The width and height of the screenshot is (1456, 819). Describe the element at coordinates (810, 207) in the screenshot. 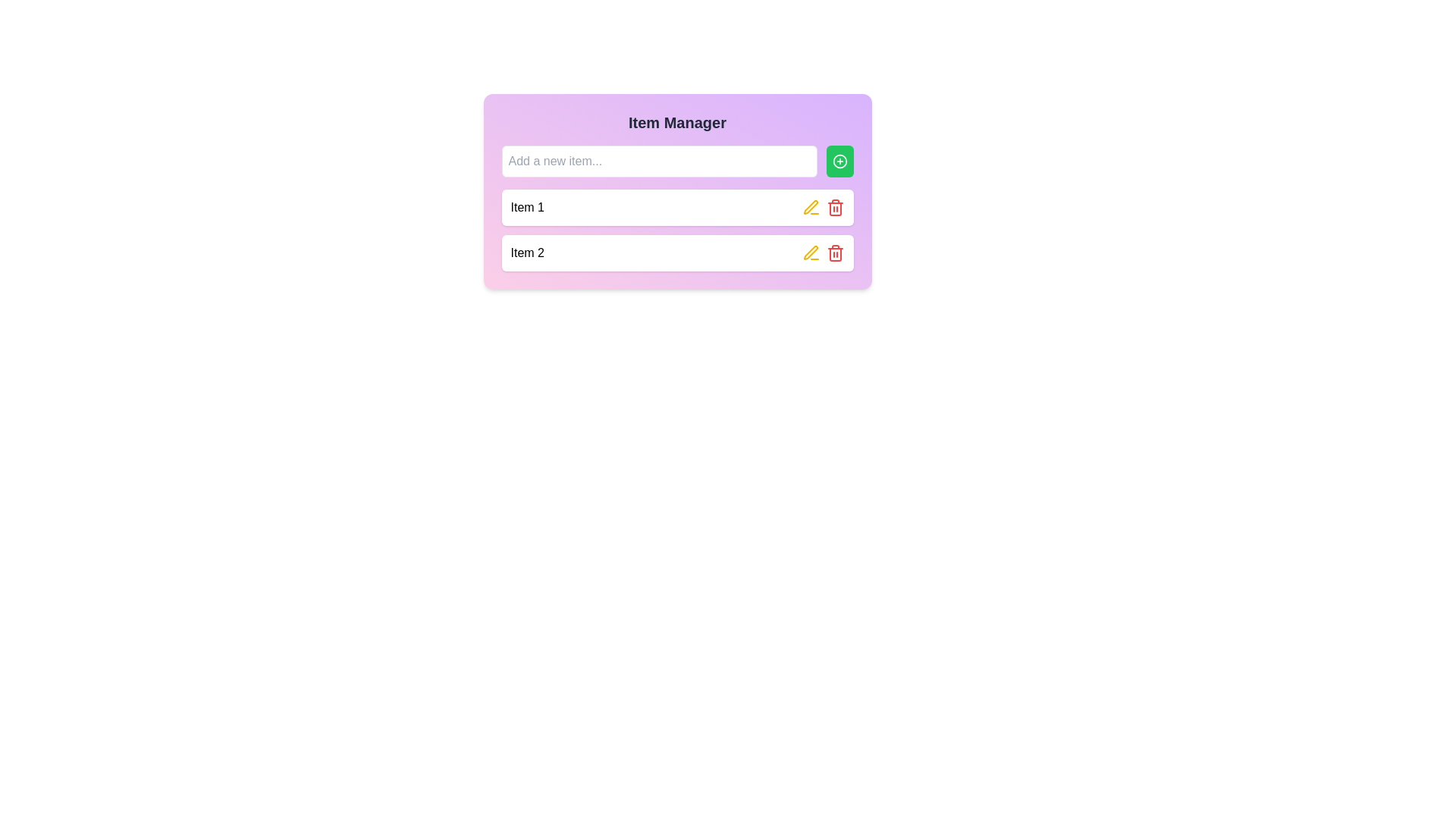

I see `the yellow pen icon associated with 'Item 2'` at that location.